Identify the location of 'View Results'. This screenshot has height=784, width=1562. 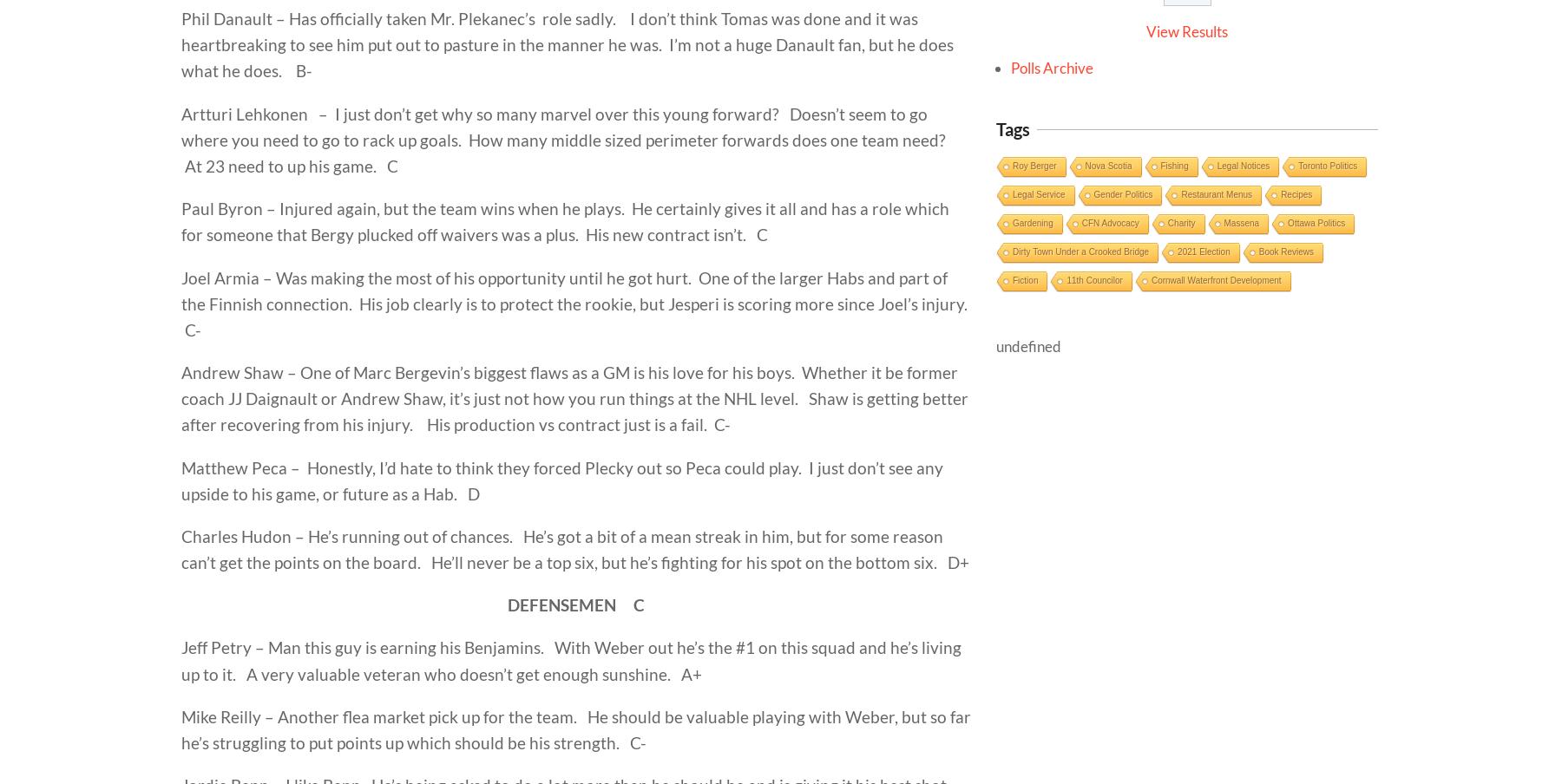
(1186, 29).